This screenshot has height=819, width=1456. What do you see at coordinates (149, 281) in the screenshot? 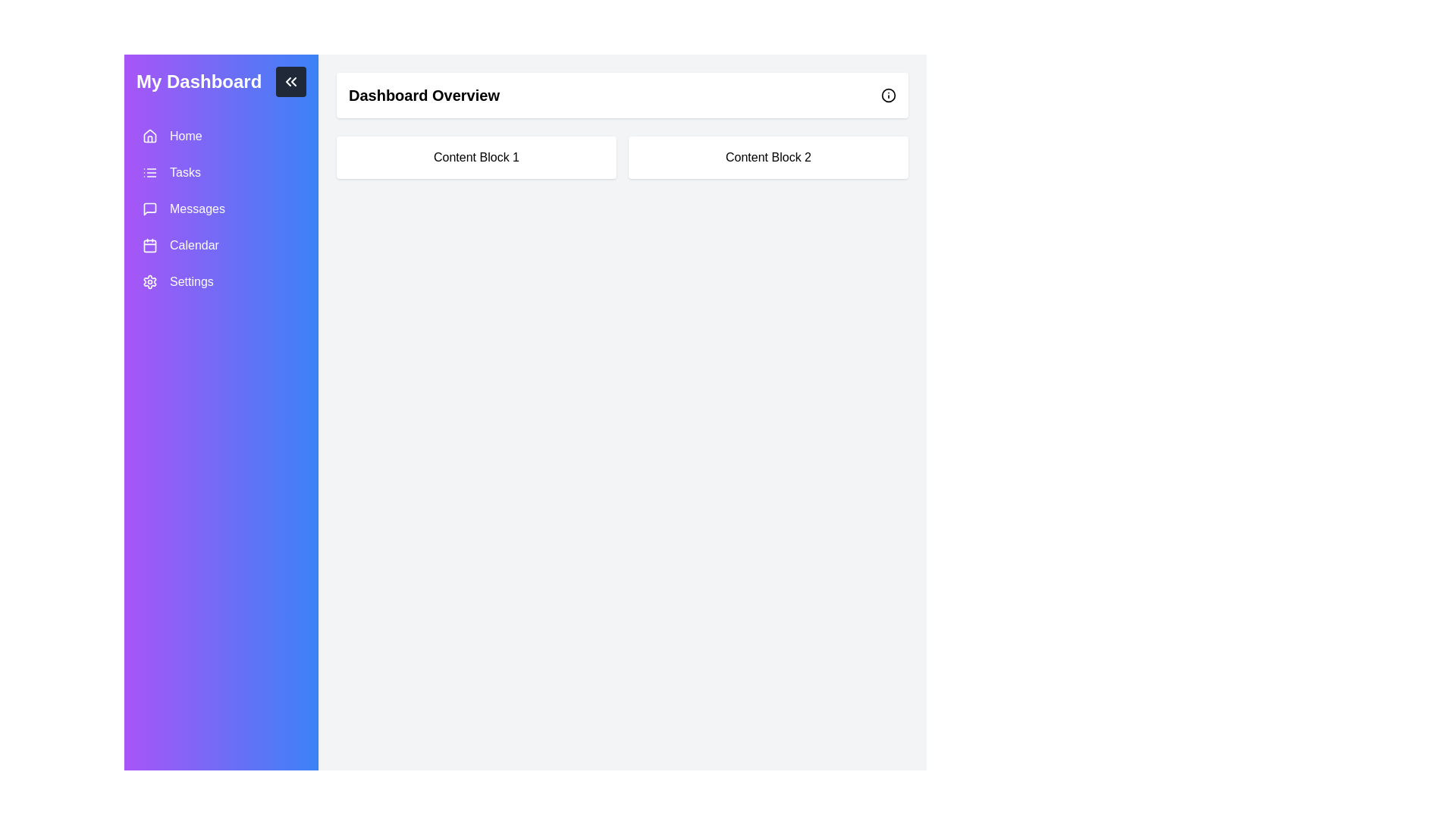
I see `the gear-shaped icon with a purple gradient background located at the bottom of the left sidebar` at bounding box center [149, 281].